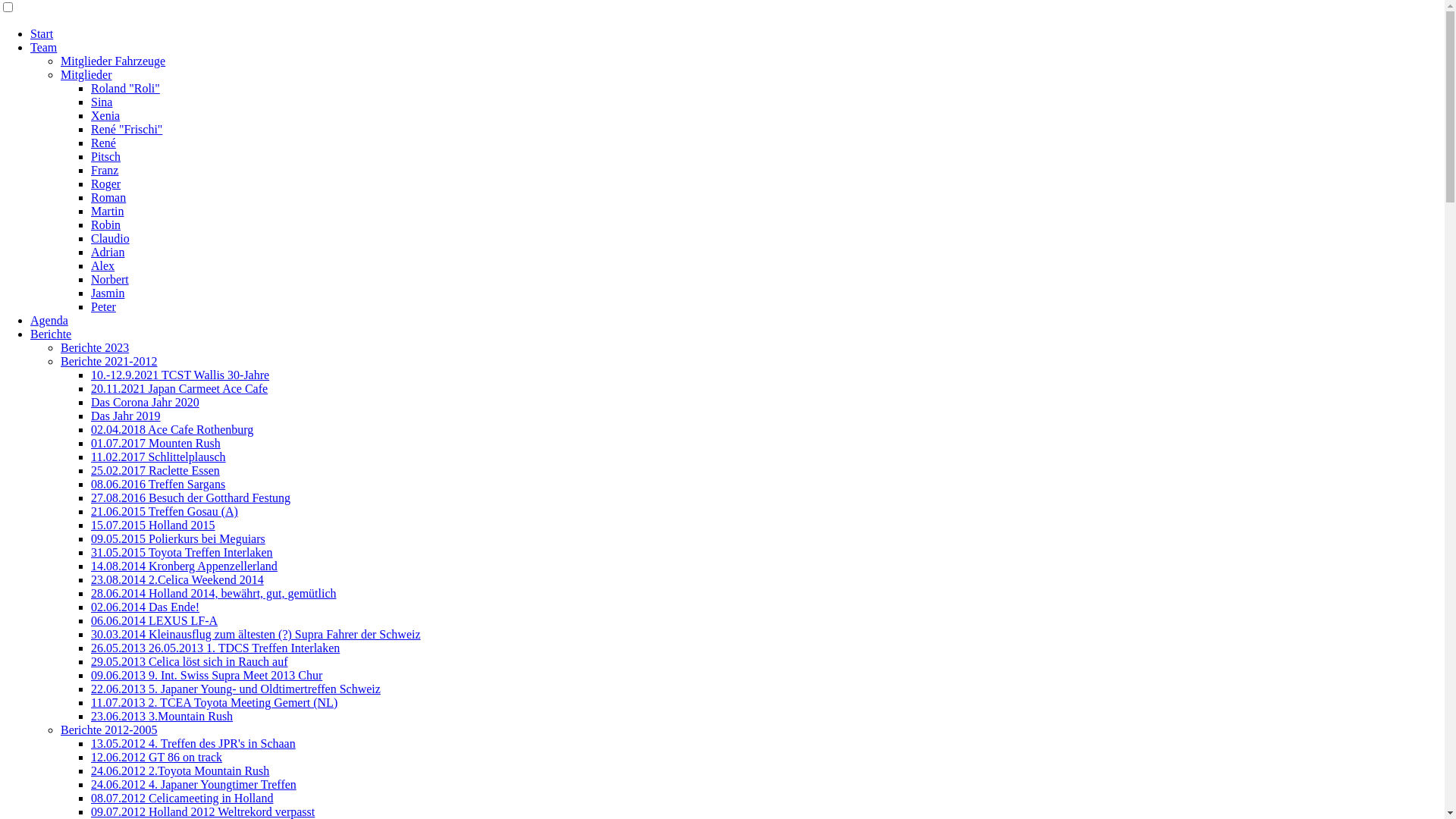 The width and height of the screenshot is (1456, 819). Describe the element at coordinates (90, 716) in the screenshot. I see `'23.06.2013 3.Mountain Rush'` at that location.